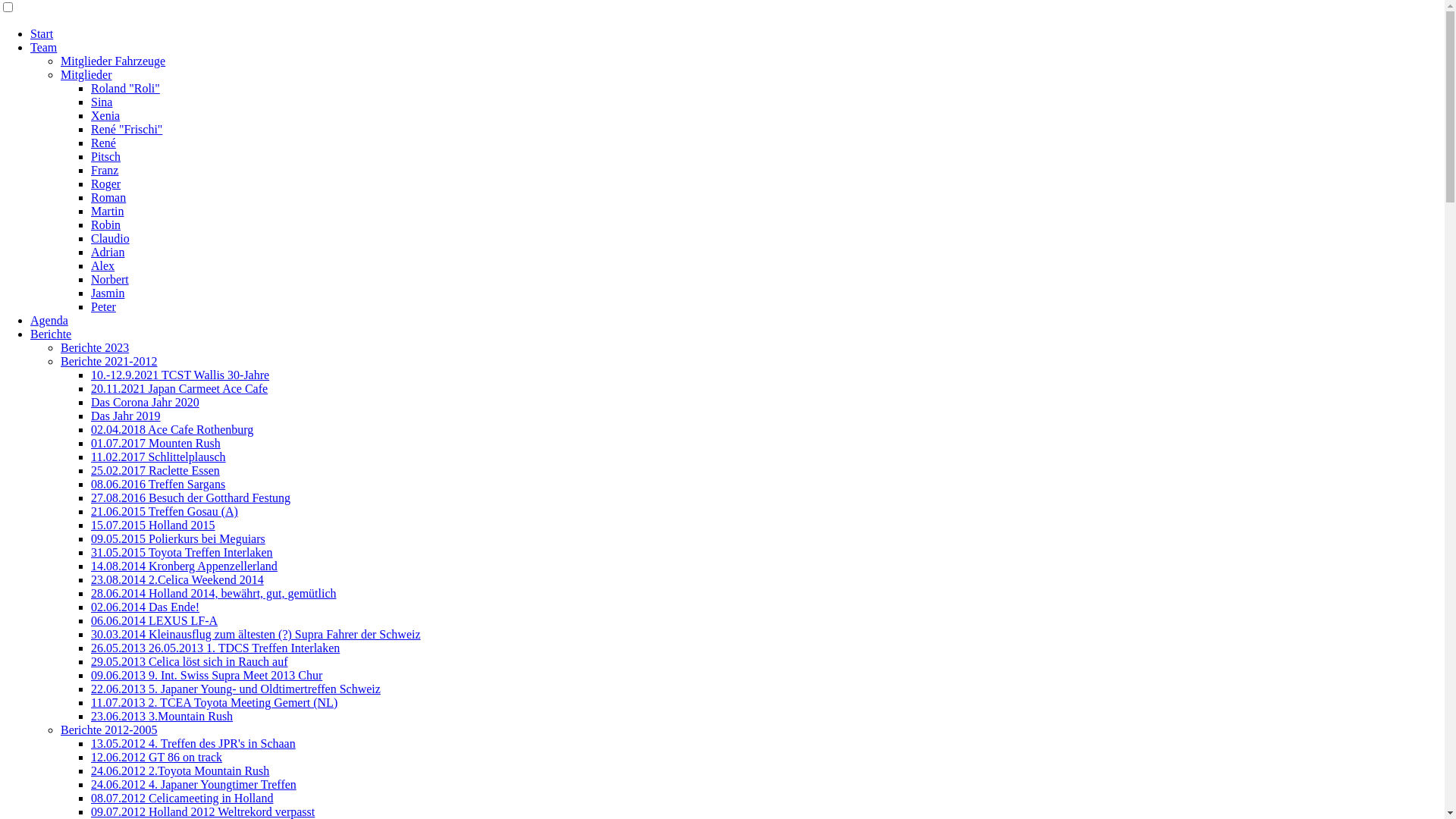 The width and height of the screenshot is (1456, 819). Describe the element at coordinates (90, 716) in the screenshot. I see `'23.06.2013 3.Mountain Rush'` at that location.